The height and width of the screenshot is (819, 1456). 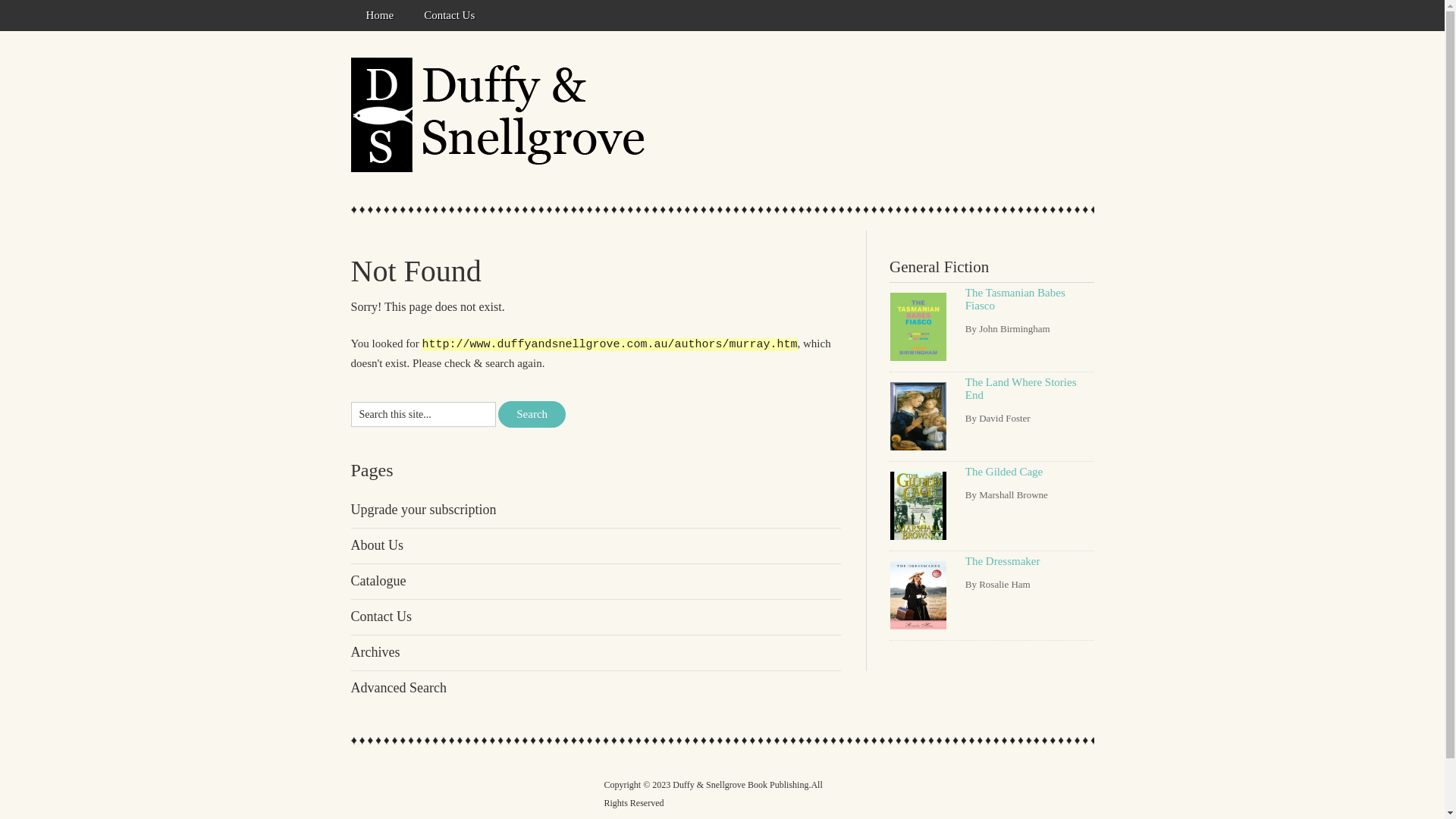 I want to click on 'The Tasmanian Babes Fiasco', so click(x=1015, y=299).